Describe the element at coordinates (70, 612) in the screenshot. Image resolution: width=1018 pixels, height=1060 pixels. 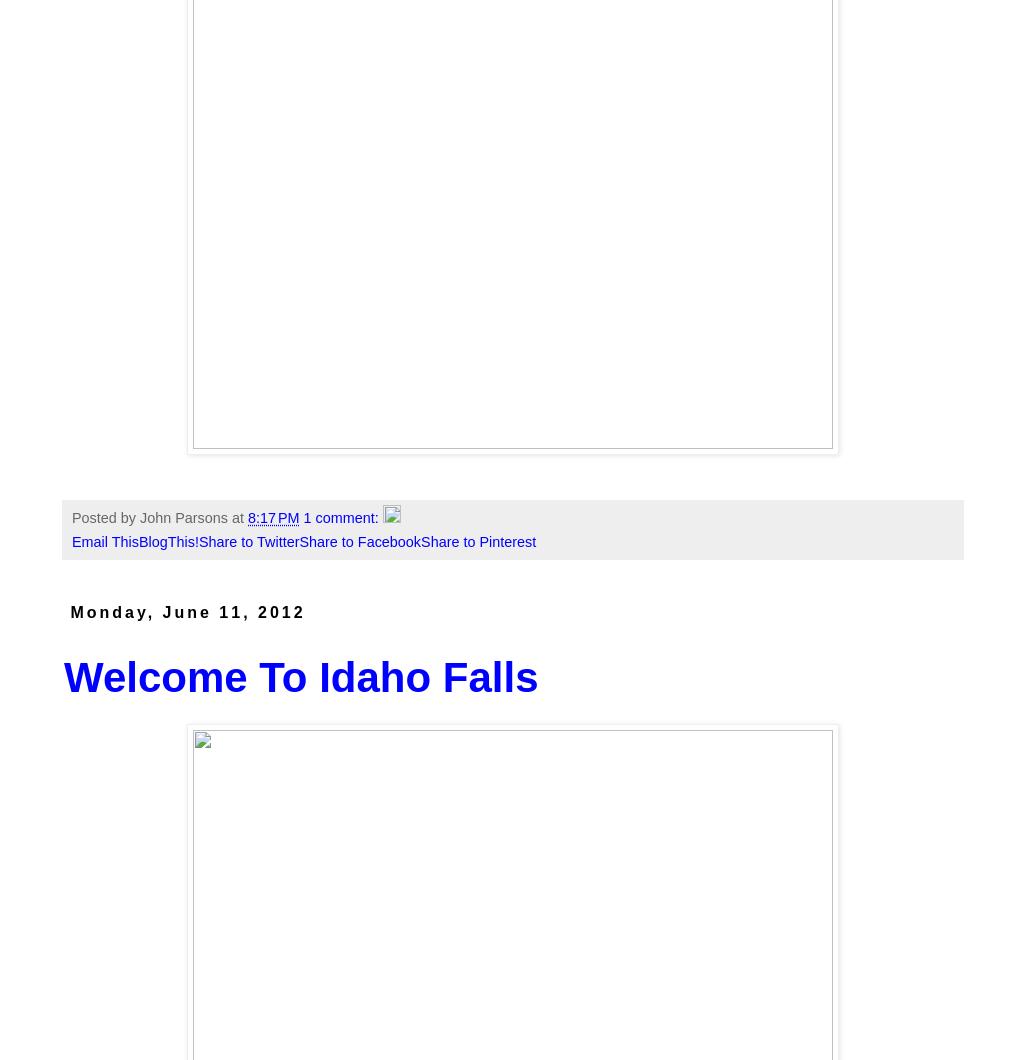
I see `'Monday, June 11, 2012'` at that location.